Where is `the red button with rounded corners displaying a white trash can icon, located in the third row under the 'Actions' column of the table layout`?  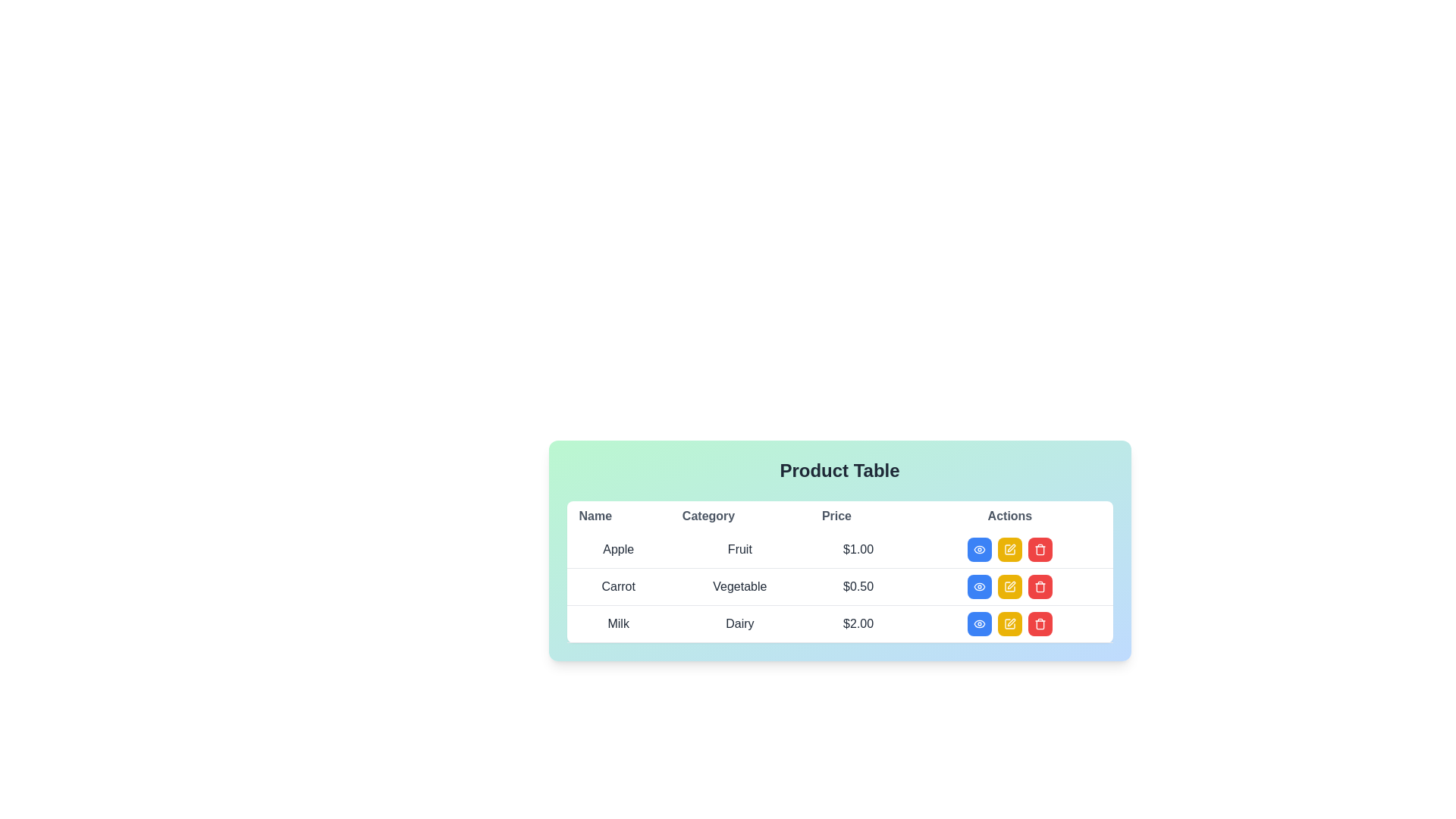
the red button with rounded corners displaying a white trash can icon, located in the third row under the 'Actions' column of the table layout is located at coordinates (1039, 623).